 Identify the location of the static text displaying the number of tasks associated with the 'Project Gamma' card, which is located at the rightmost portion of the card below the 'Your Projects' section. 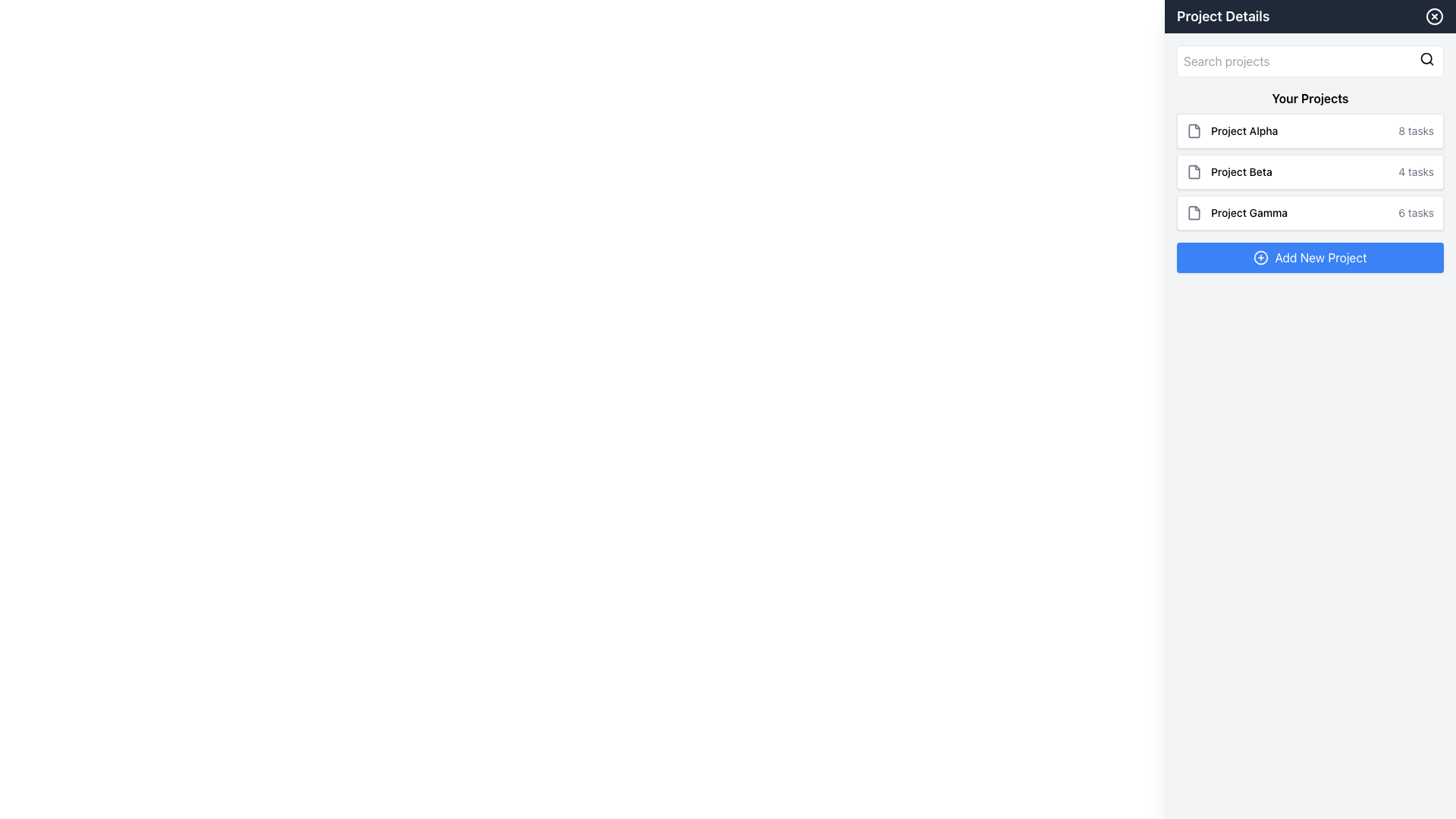
(1415, 213).